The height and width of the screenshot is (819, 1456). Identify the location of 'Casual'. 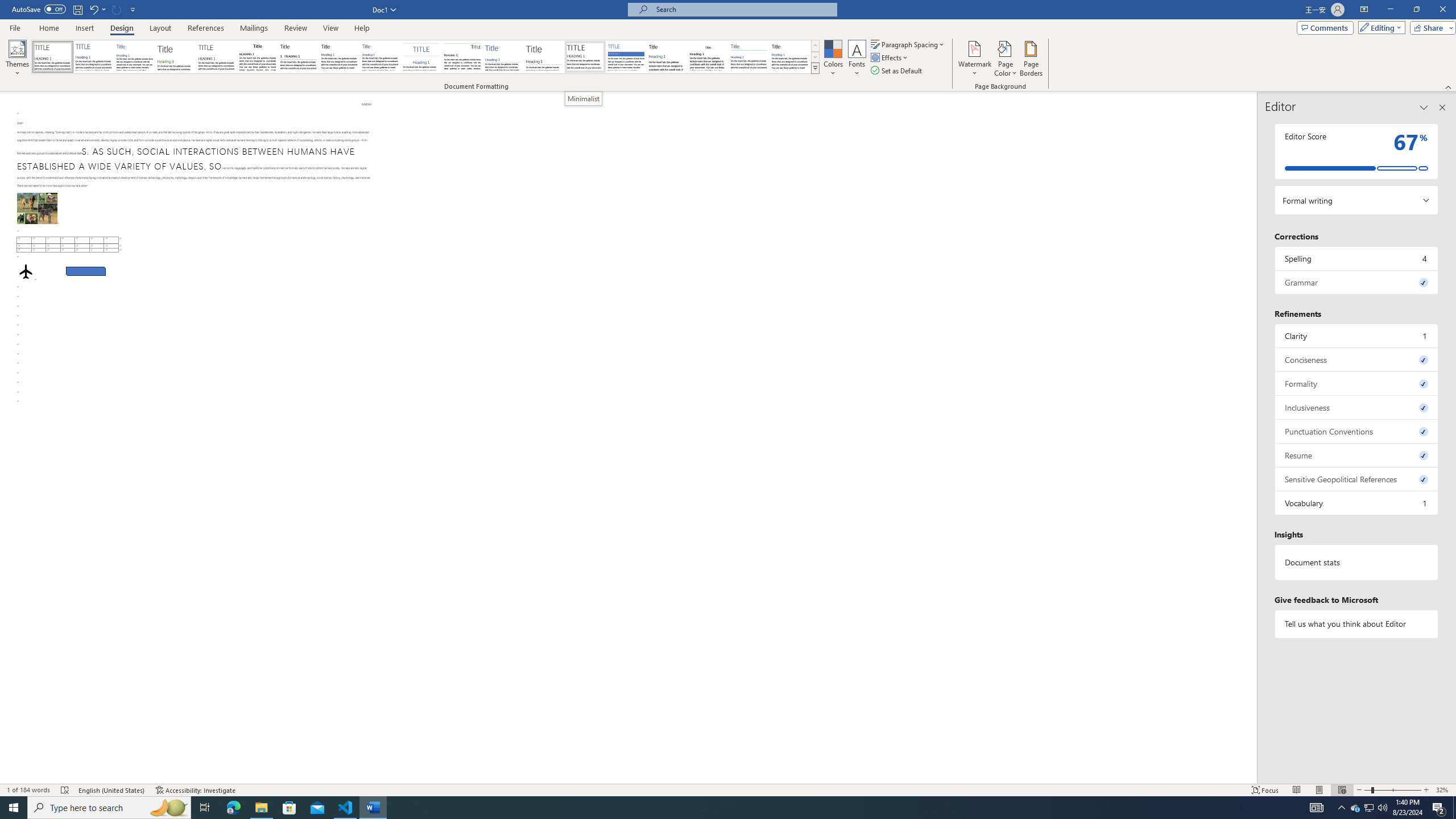
(380, 56).